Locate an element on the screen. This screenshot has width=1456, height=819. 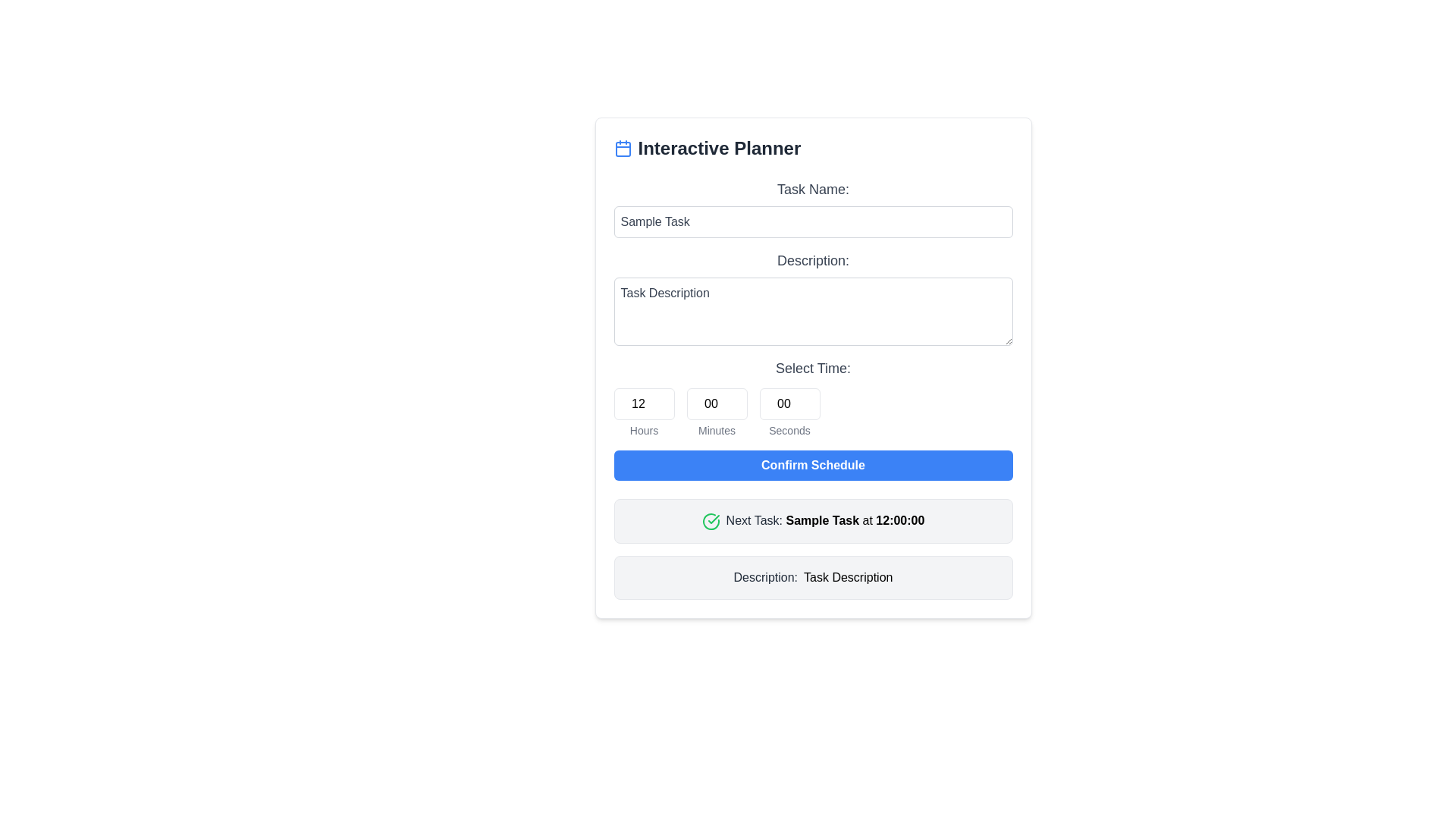
the 'Description:' label, which is styled in grayish color and located in a light gray rounded box at the bottom of the interface is located at coordinates (765, 577).